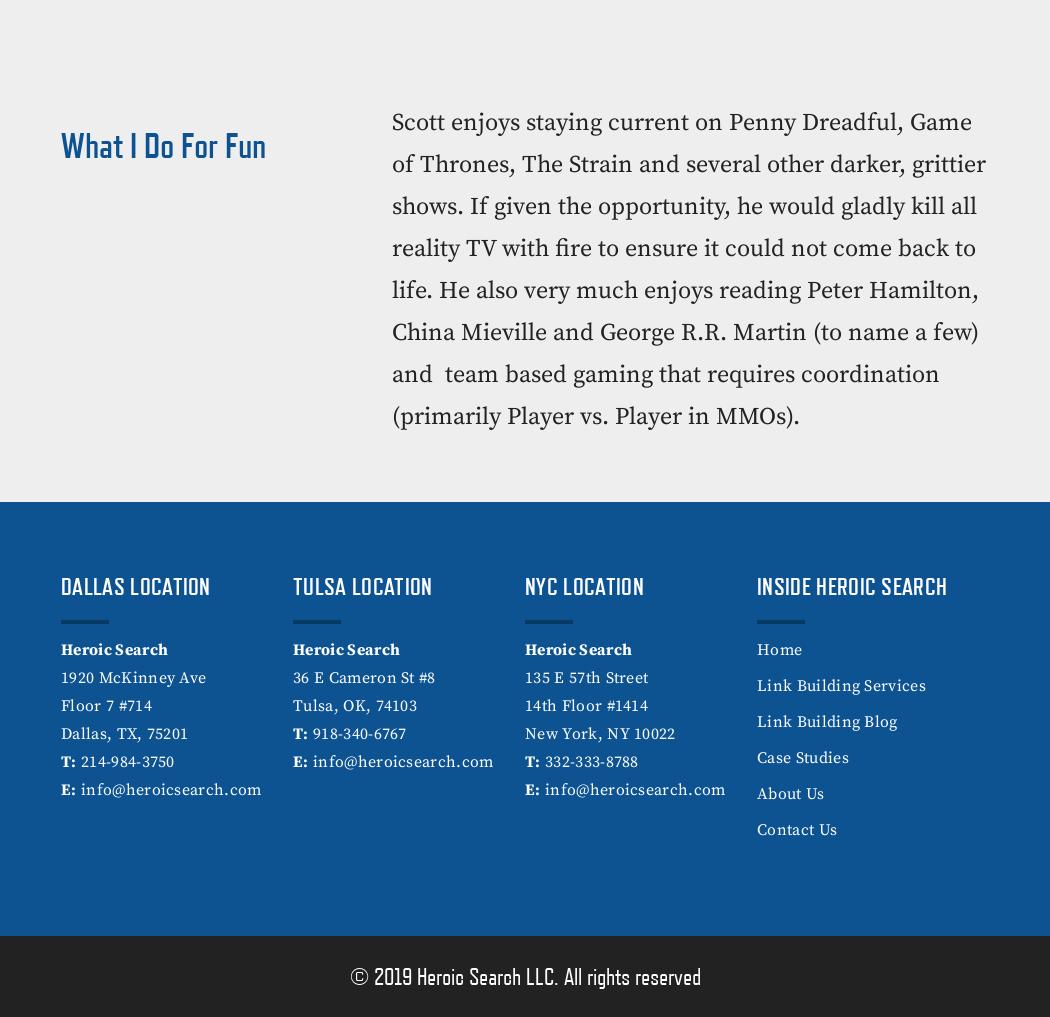 This screenshot has height=1017, width=1050. What do you see at coordinates (779, 649) in the screenshot?
I see `'Home'` at bounding box center [779, 649].